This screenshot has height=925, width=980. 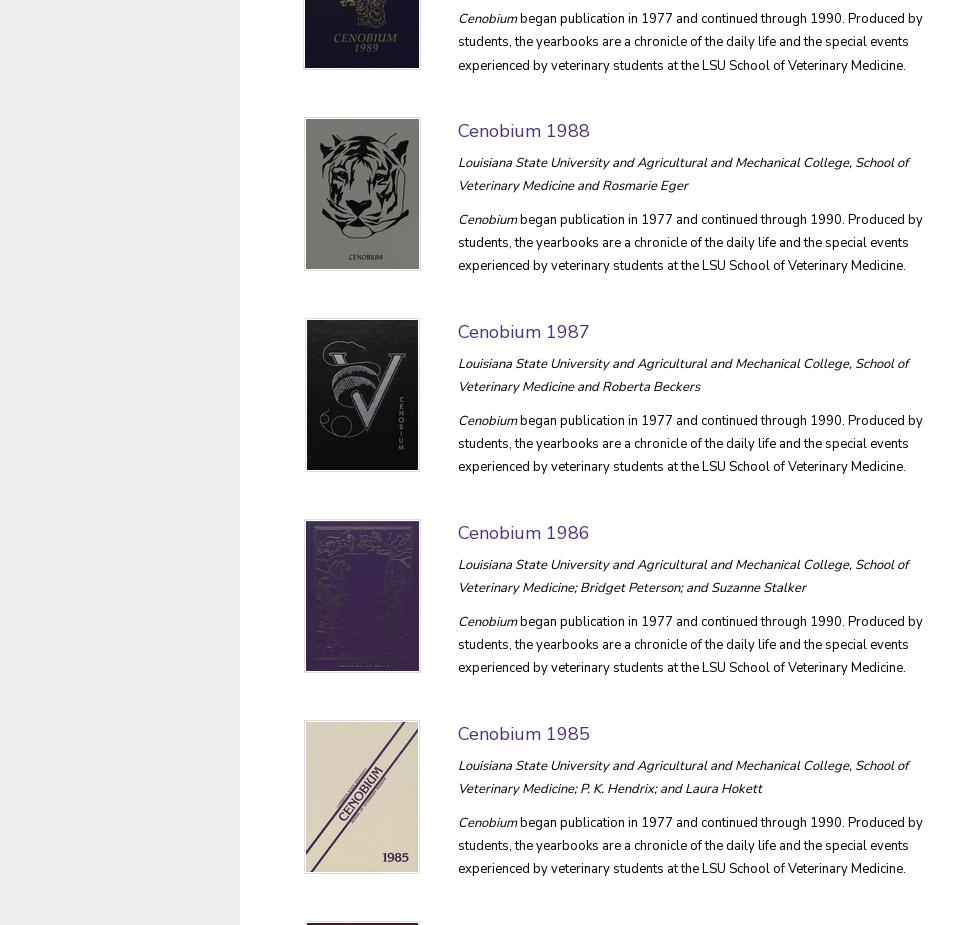 I want to click on 'Louisiana State University and Agricultural and Mechanical College, School of Veterinary Medicine; P. K. Hendrix; and Laura Hokett', so click(x=682, y=777).